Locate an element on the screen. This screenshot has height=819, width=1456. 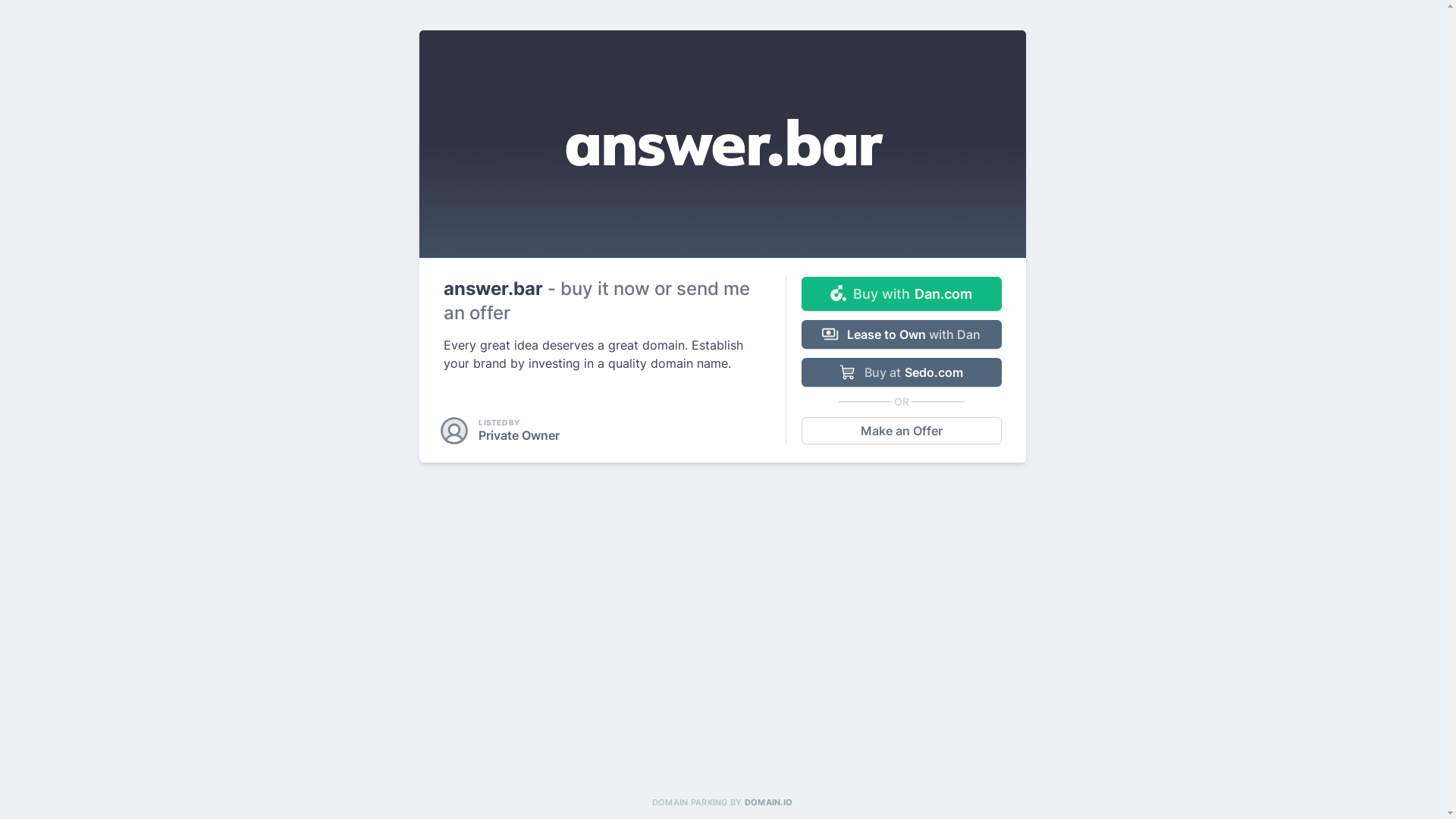
'Buy with Dan.com' is located at coordinates (800, 293).